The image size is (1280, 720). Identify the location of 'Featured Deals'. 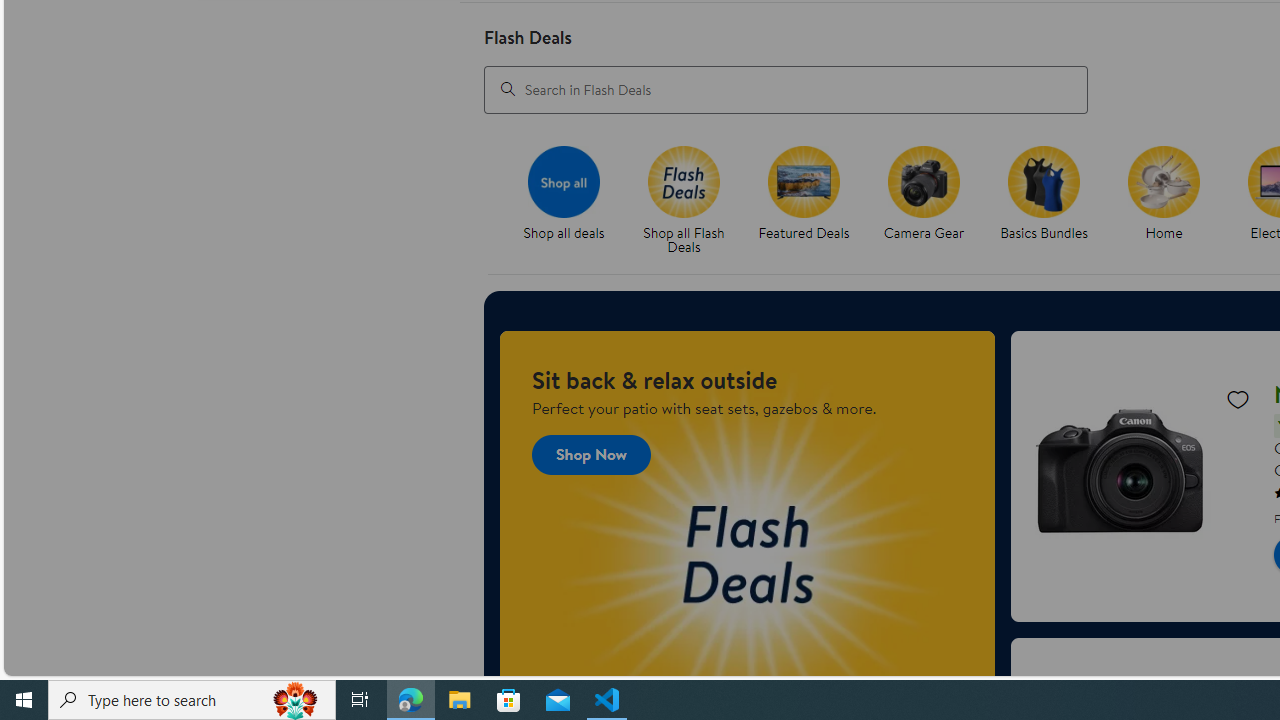
(812, 201).